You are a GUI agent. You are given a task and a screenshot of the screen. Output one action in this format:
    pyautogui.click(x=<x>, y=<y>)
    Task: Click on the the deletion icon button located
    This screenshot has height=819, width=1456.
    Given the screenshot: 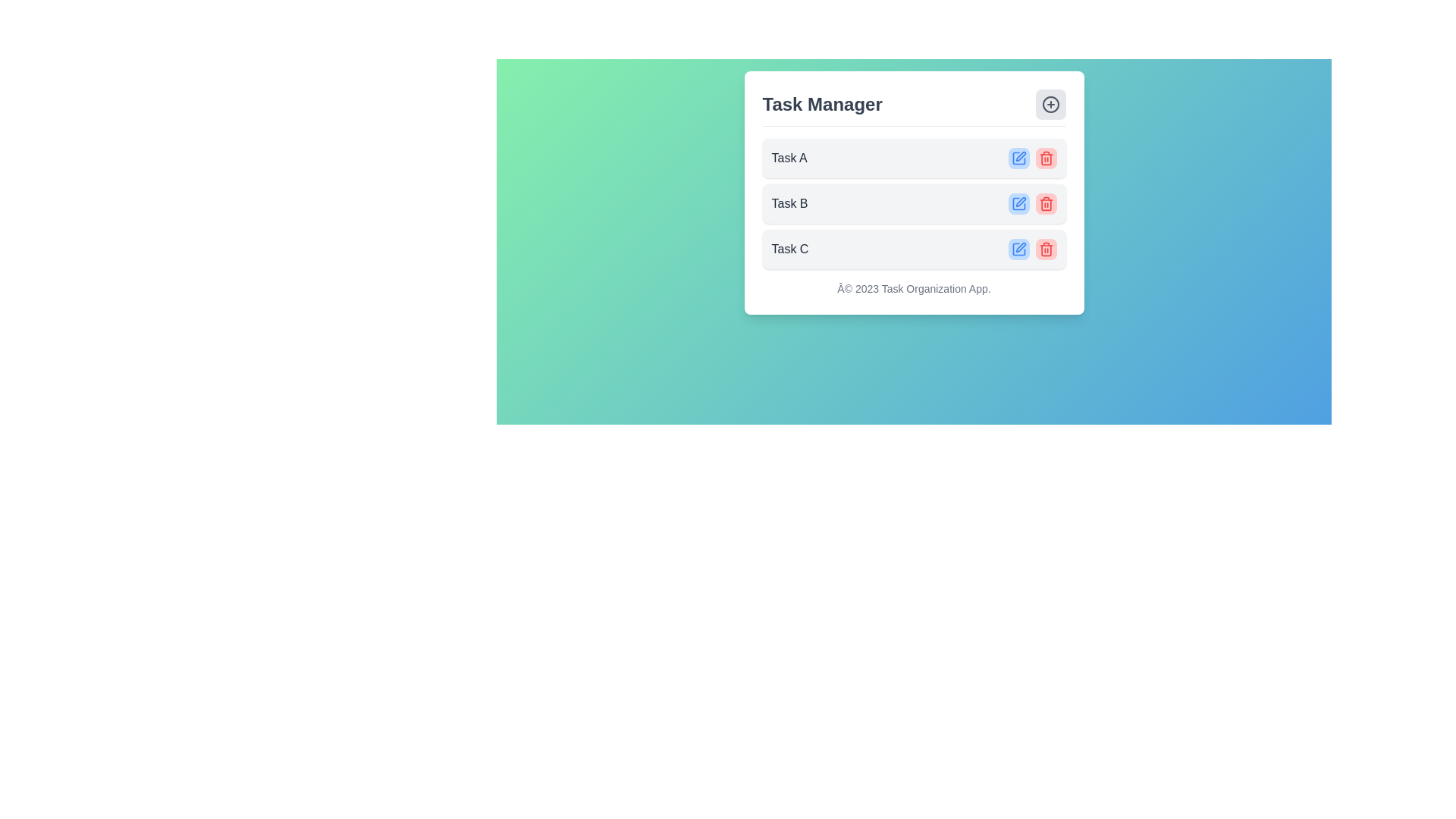 What is the action you would take?
    pyautogui.click(x=1045, y=158)
    